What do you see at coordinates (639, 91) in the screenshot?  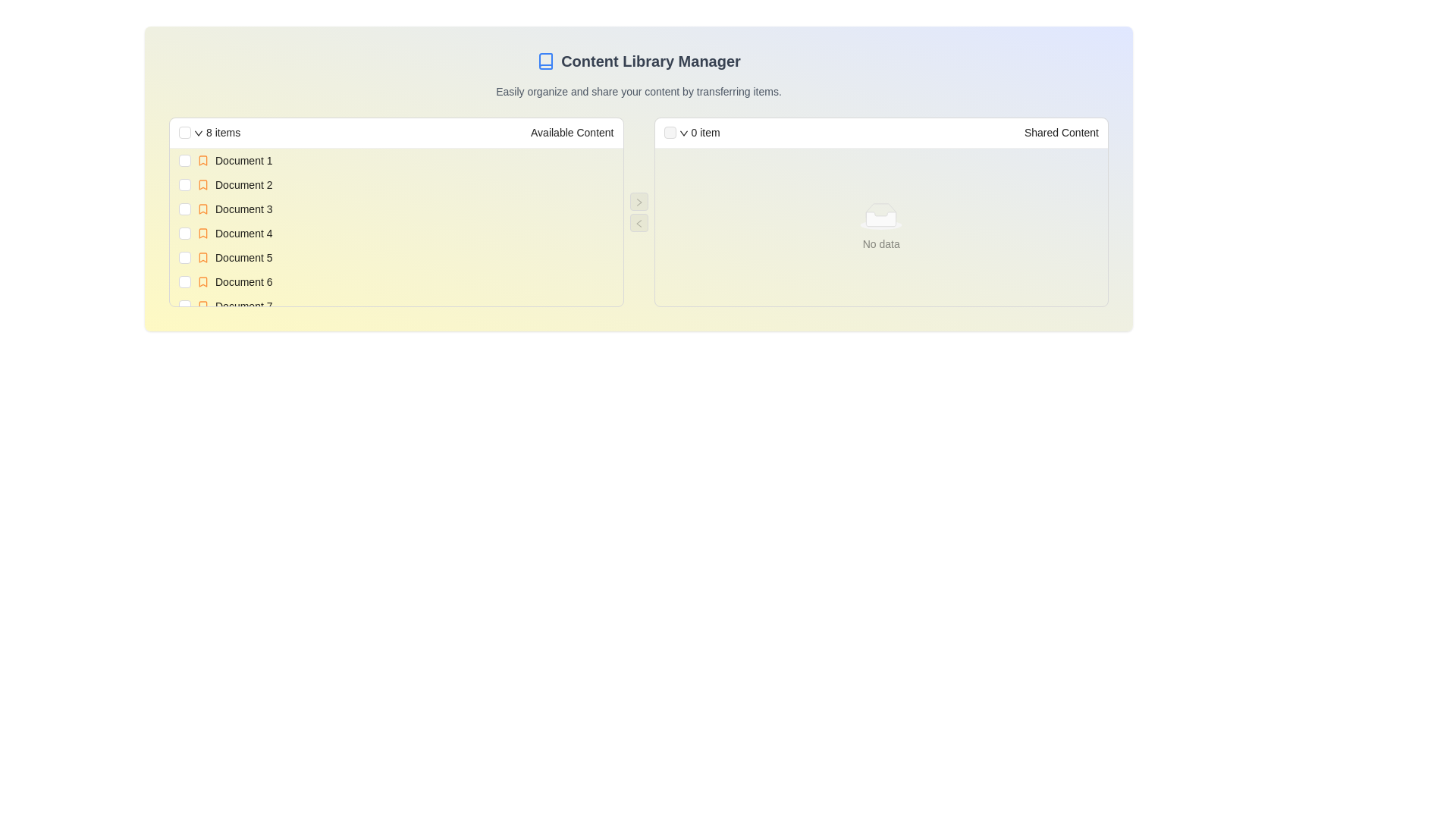 I see `the informative text display located centrally beneath the heading 'Content Library Manager' in the header section` at bounding box center [639, 91].